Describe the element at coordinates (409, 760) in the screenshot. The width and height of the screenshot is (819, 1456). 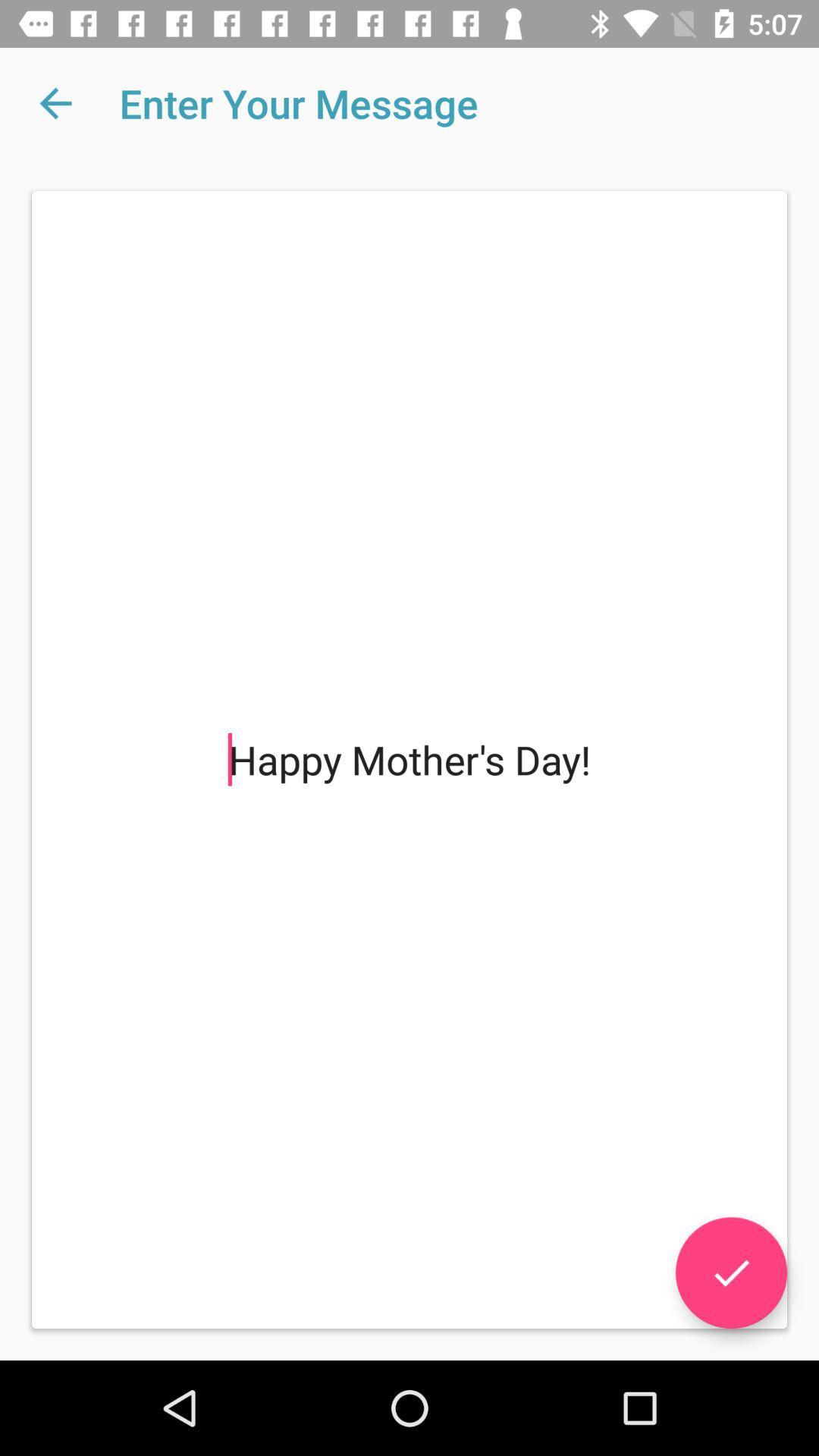
I see `the happy mother s at the center` at that location.